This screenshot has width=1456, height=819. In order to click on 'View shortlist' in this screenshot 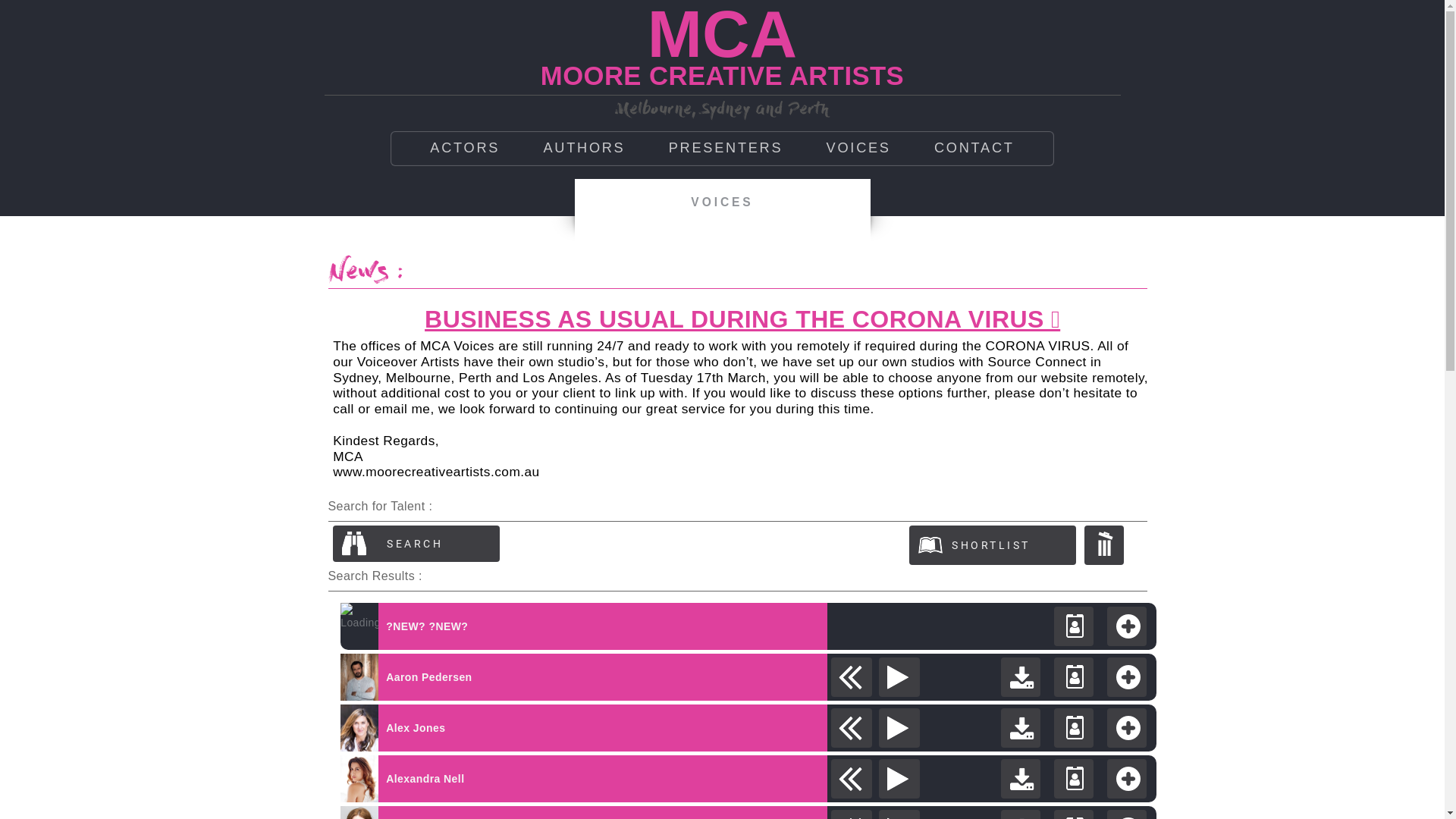, I will do `click(993, 544)`.